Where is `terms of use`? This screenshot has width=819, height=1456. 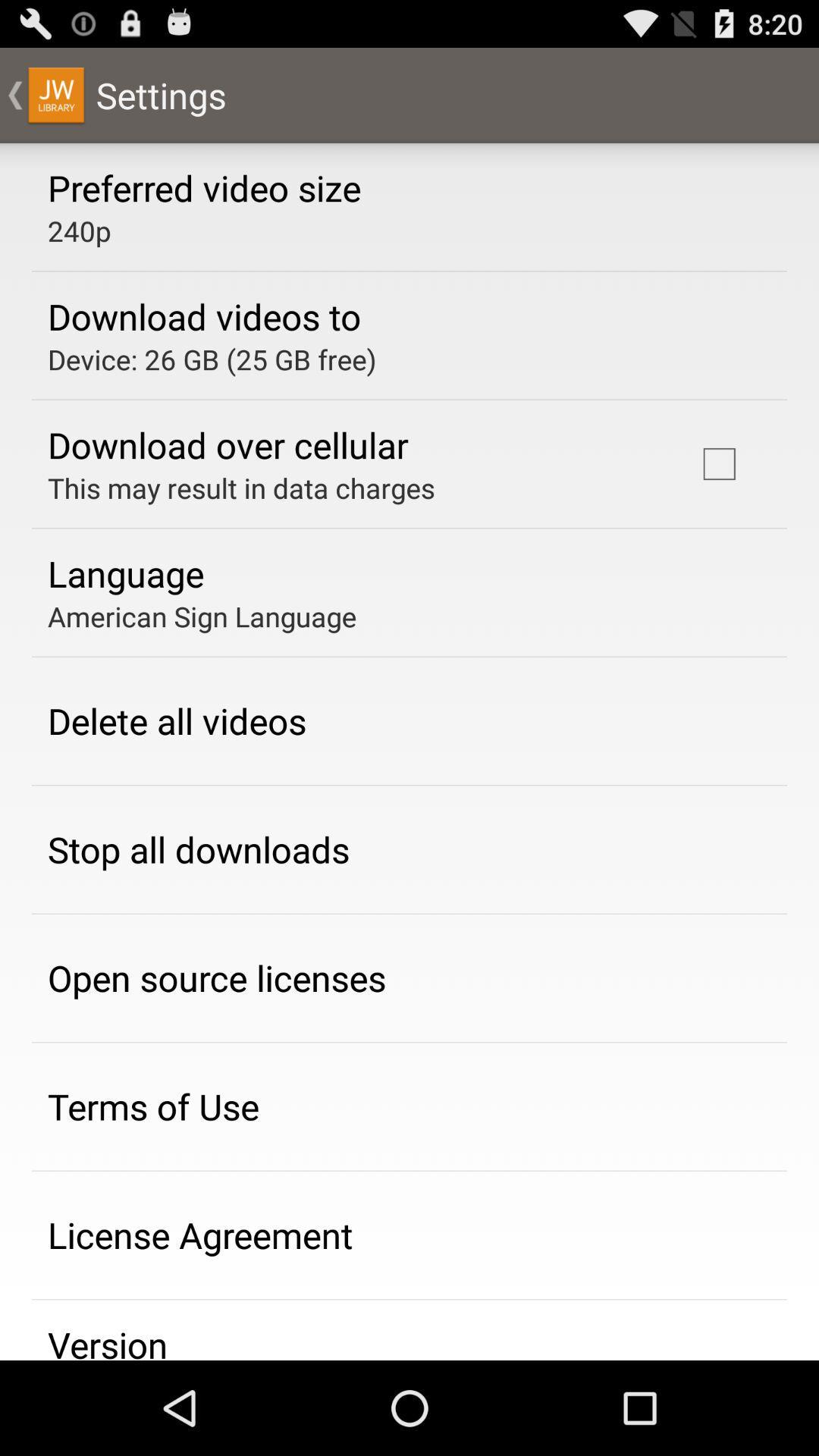 terms of use is located at coordinates (153, 1106).